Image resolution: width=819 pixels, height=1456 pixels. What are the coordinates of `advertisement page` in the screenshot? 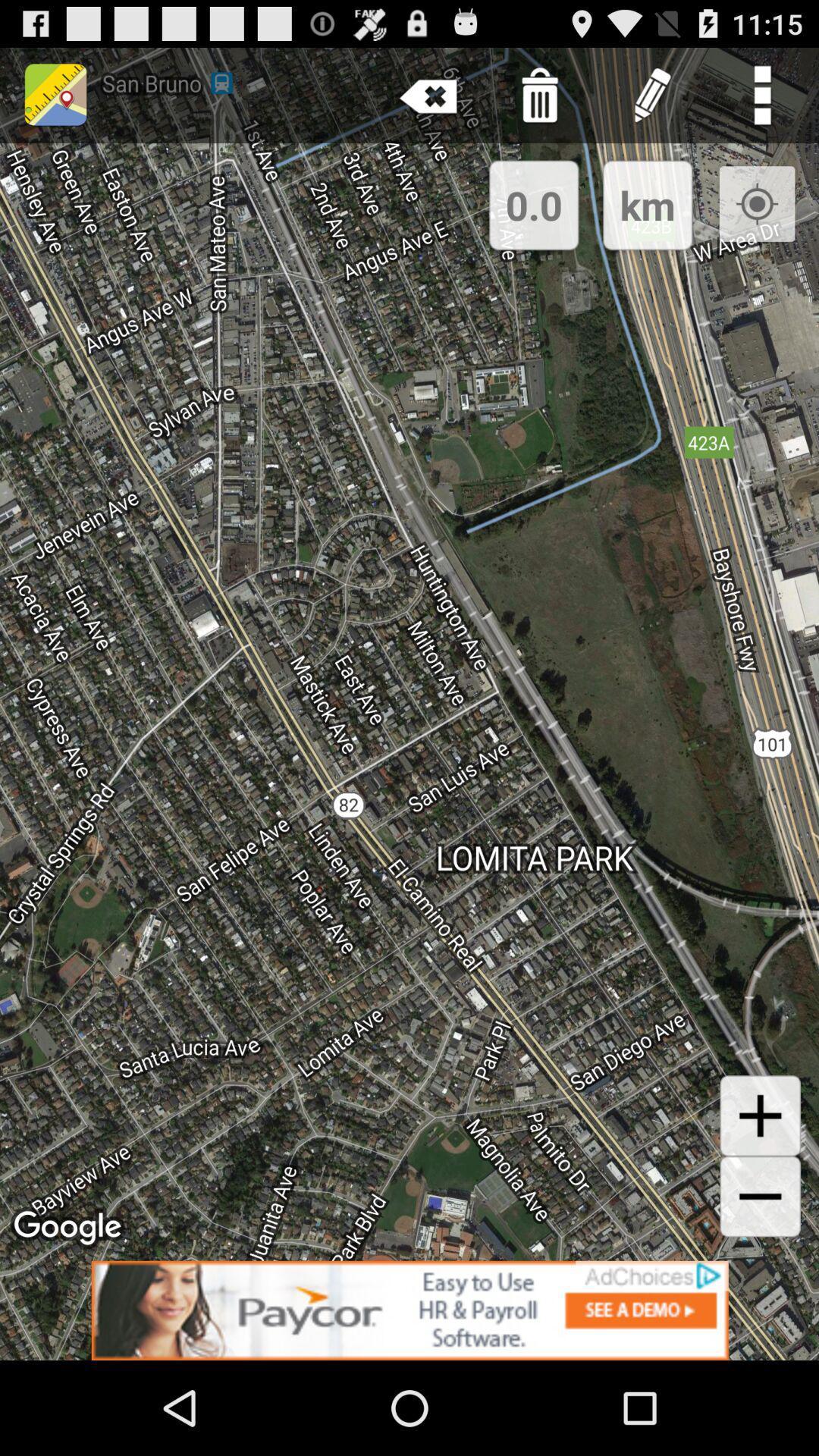 It's located at (409, 1310).